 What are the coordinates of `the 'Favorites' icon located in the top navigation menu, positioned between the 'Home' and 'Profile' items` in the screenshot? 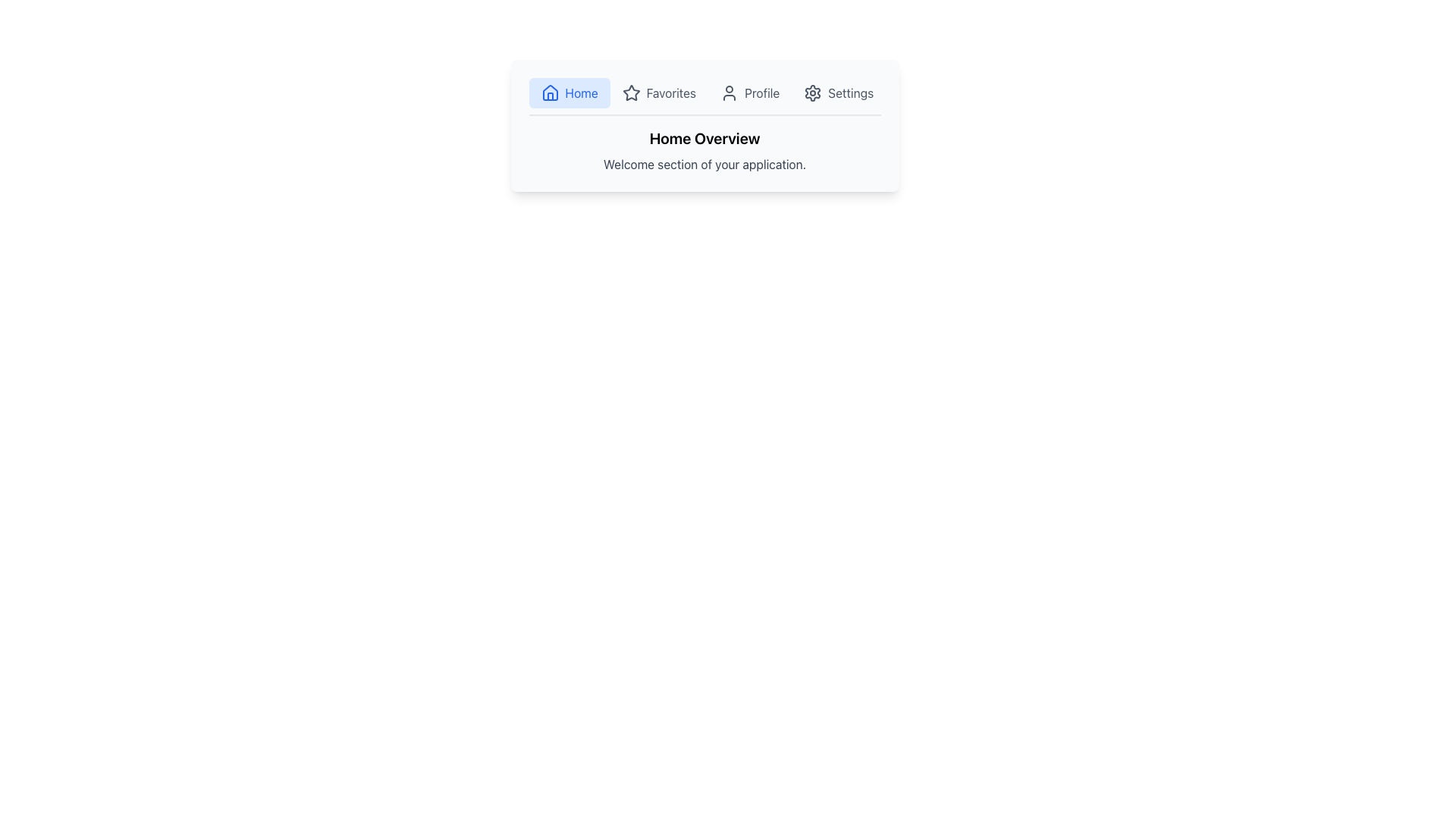 It's located at (631, 93).